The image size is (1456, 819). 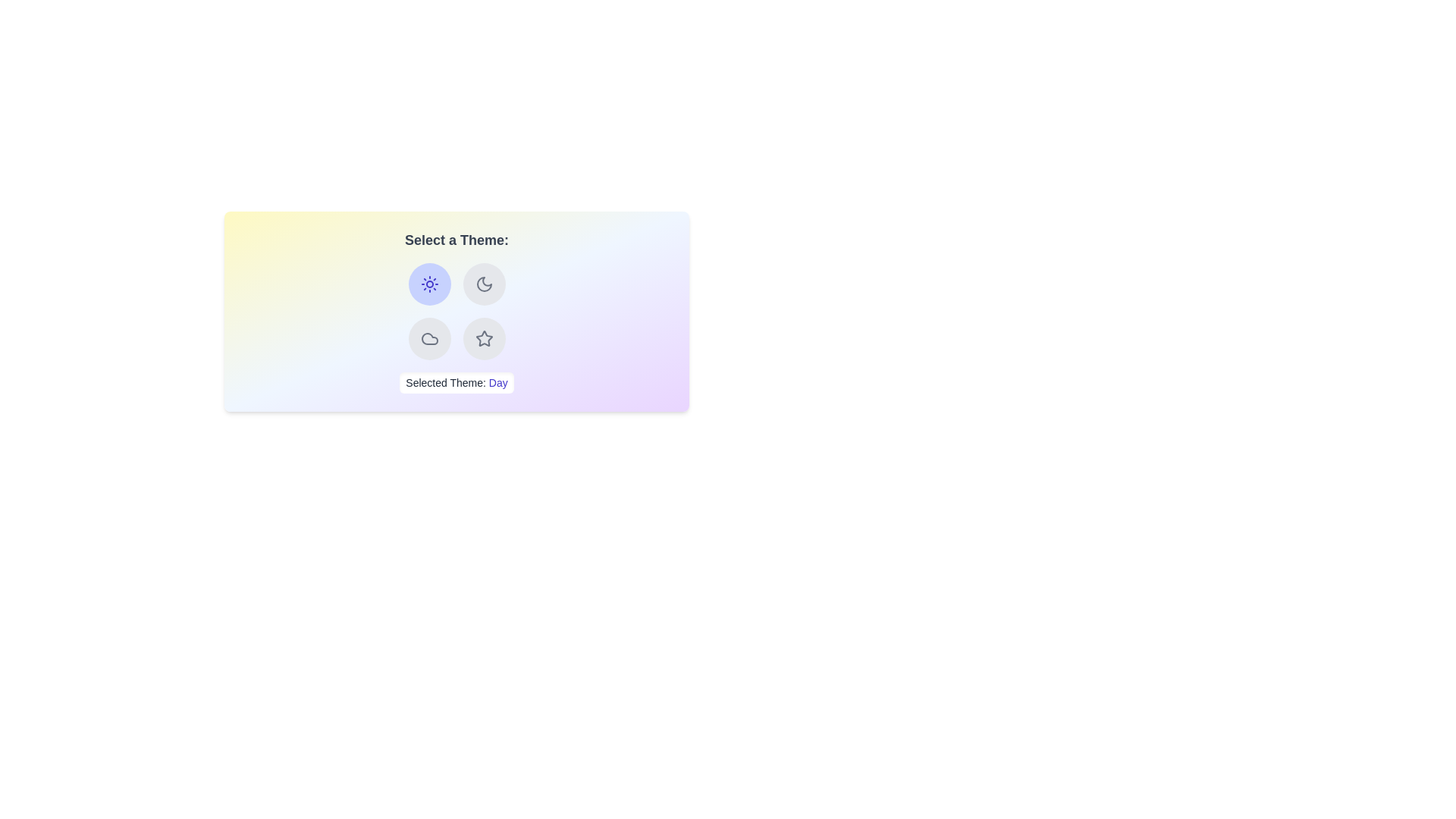 What do you see at coordinates (428, 338) in the screenshot?
I see `the button corresponding to the theme Cloudy` at bounding box center [428, 338].